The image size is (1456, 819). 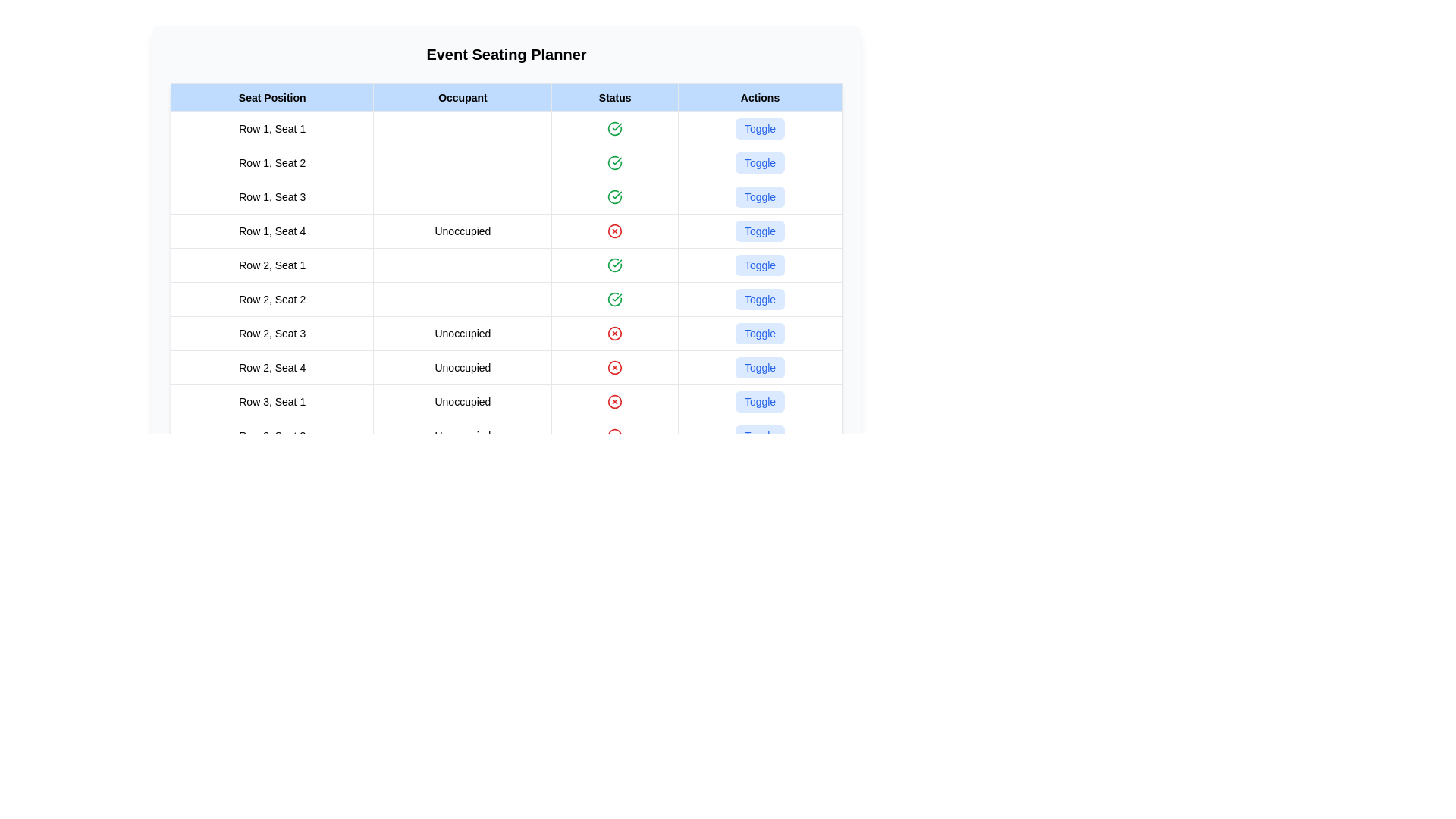 What do you see at coordinates (272, 435) in the screenshot?
I see `text displayed in the table cell labeled 'Row 3, Seat 2'` at bounding box center [272, 435].